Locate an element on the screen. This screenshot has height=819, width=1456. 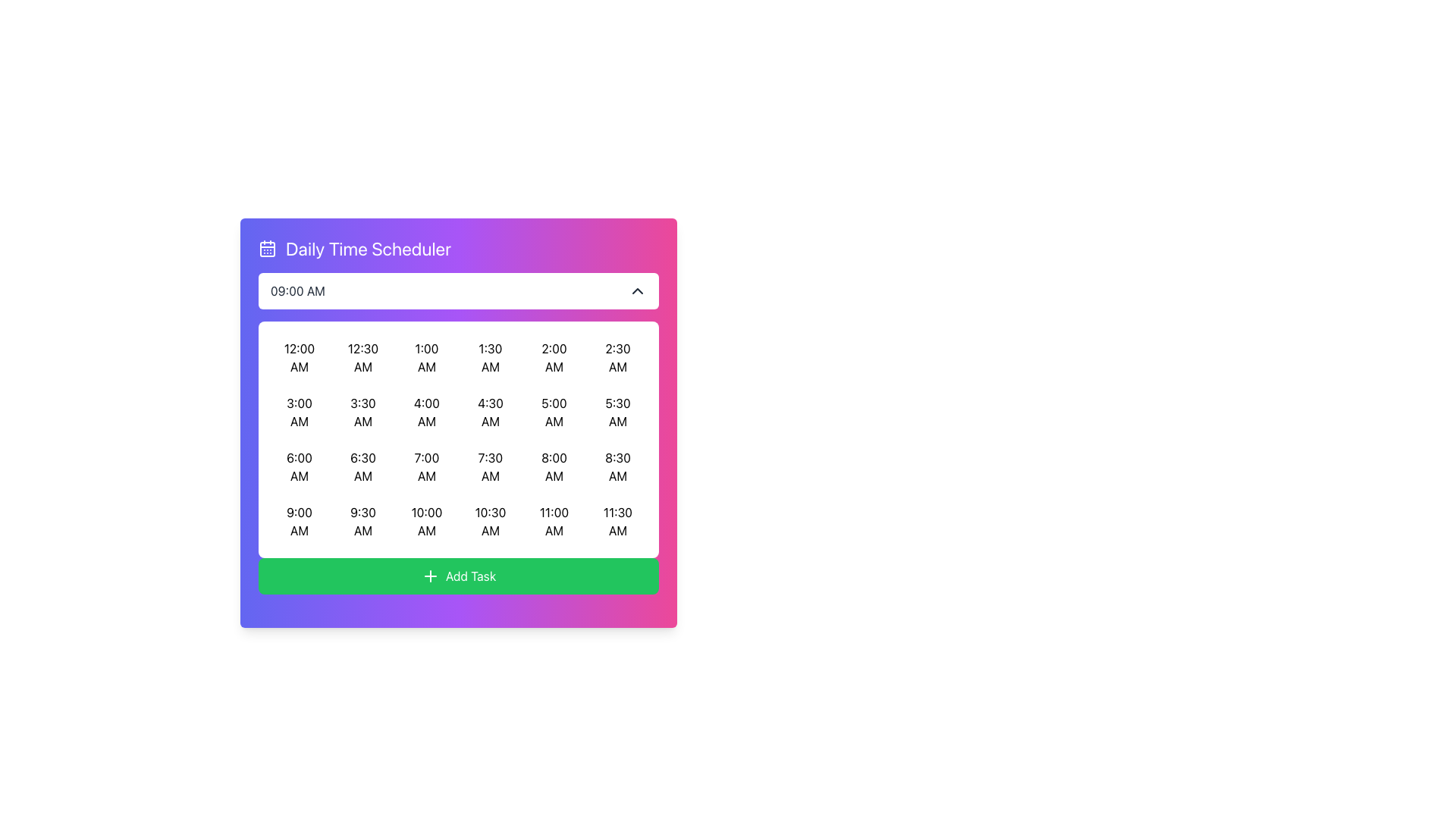
the button displaying '1:00 AM' in the third column of the grid under 'Daily Time Scheduler' is located at coordinates (425, 357).